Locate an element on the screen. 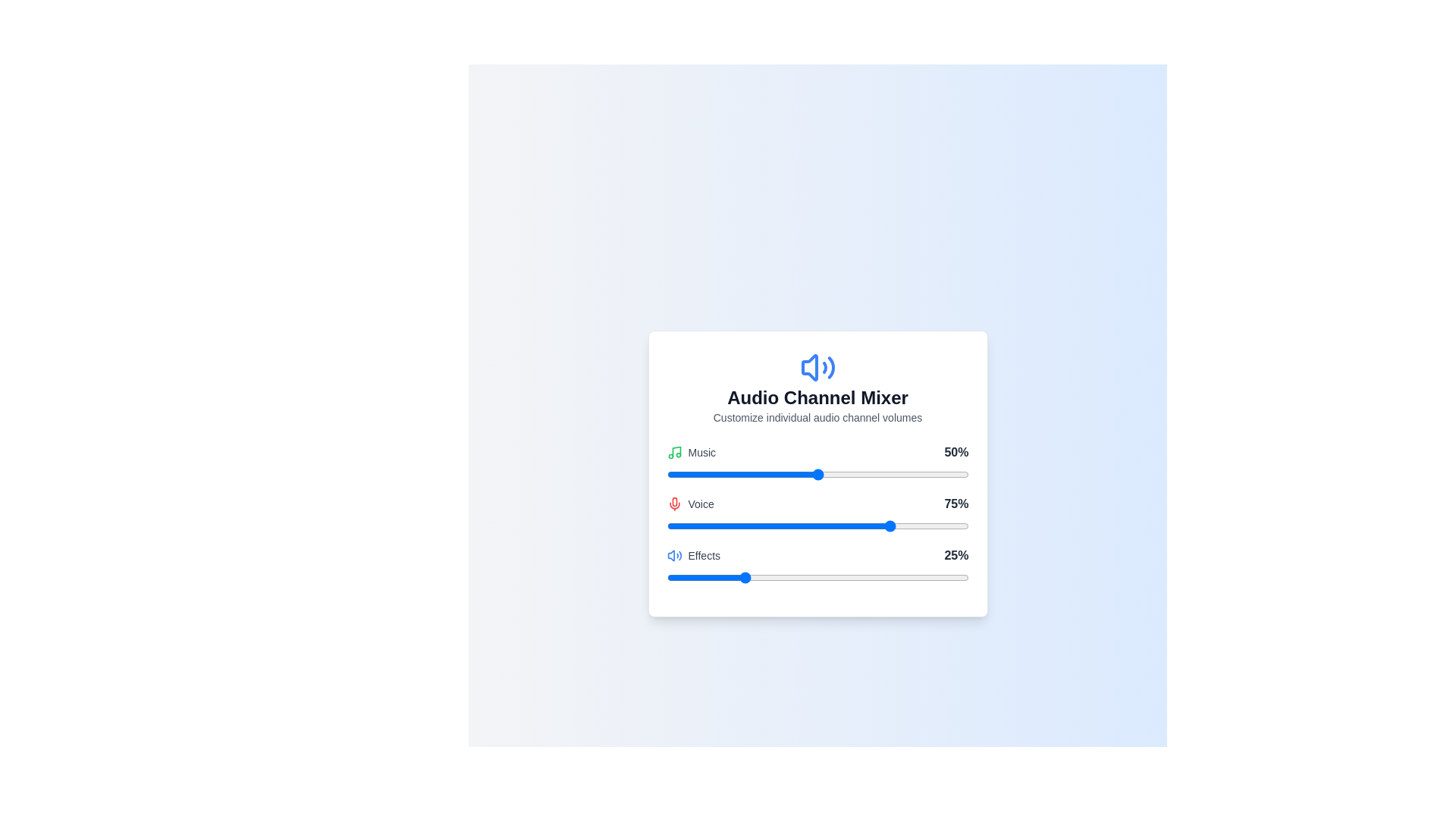 The height and width of the screenshot is (819, 1456). the 'Voice' label with the red microphone icon in the 'Audio Channel Mixer' interface, located in the middle row, second position is located at coordinates (689, 504).